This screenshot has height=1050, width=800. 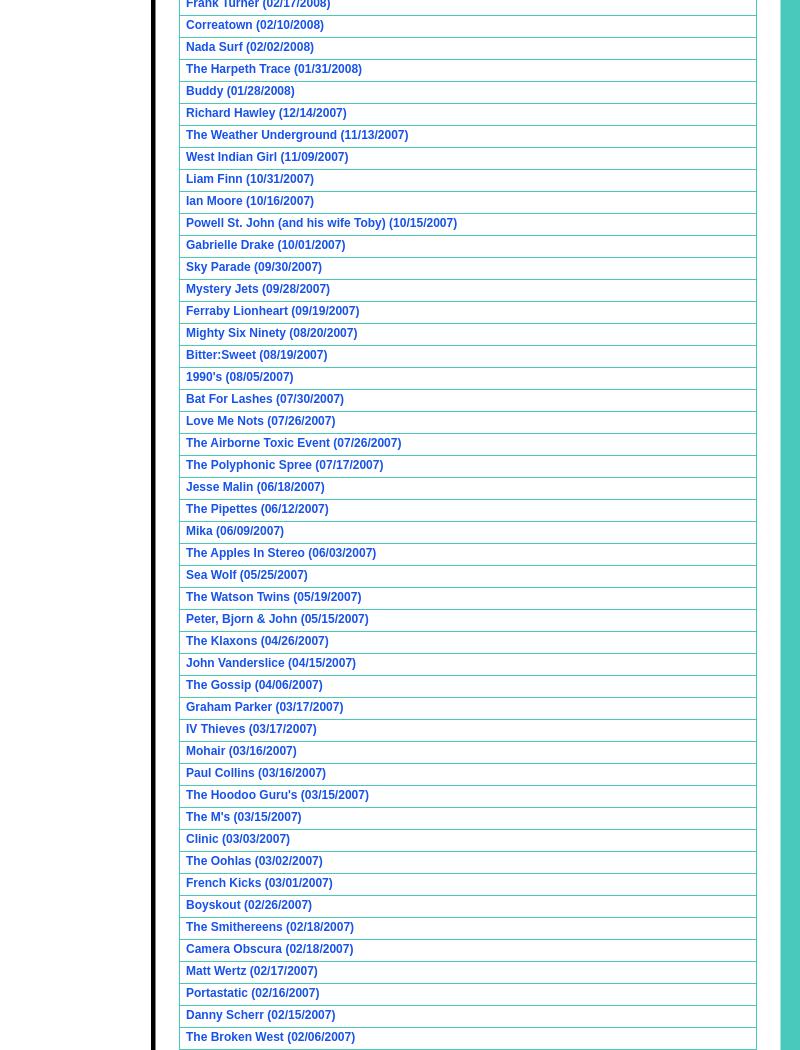 What do you see at coordinates (240, 750) in the screenshot?
I see `'Mohair (03/16/2007)'` at bounding box center [240, 750].